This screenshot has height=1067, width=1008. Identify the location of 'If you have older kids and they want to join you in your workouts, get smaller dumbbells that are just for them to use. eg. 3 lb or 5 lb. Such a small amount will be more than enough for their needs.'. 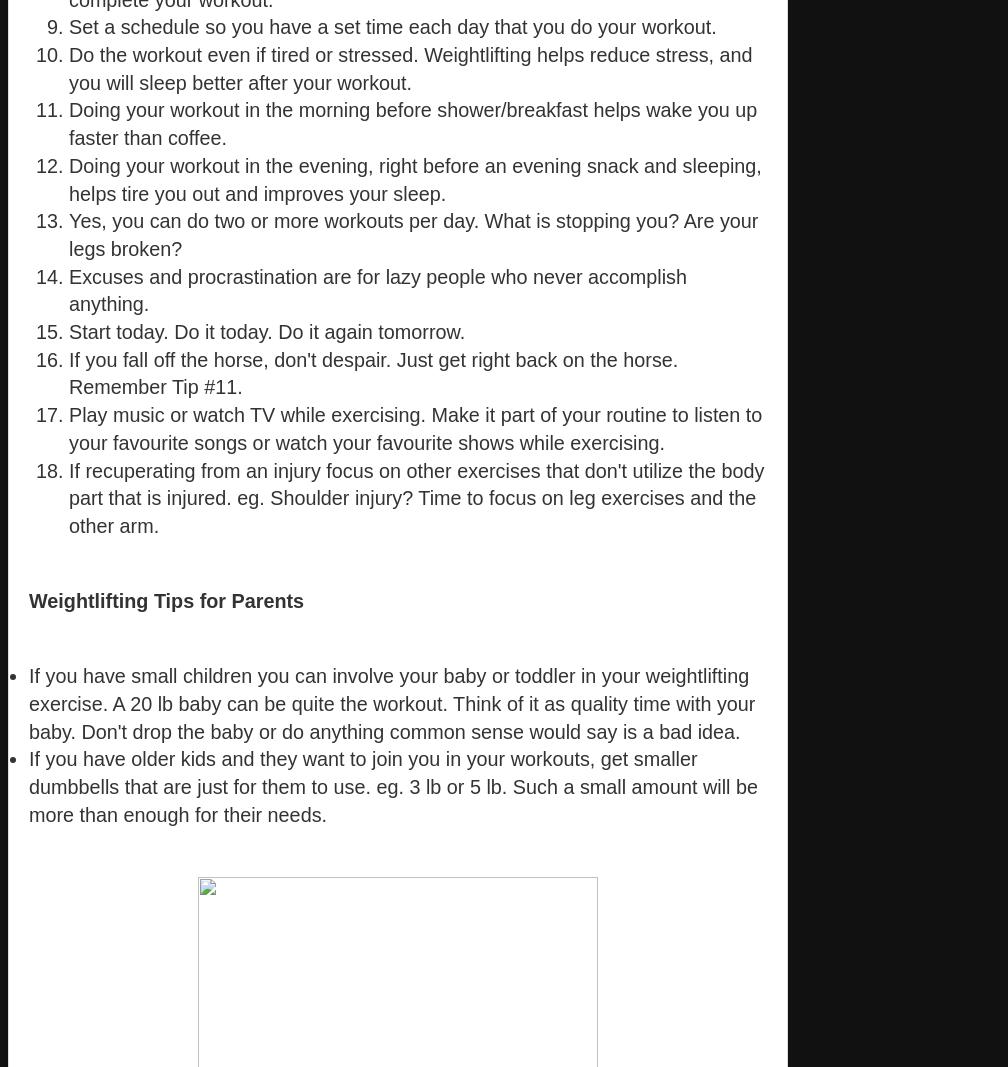
(29, 785).